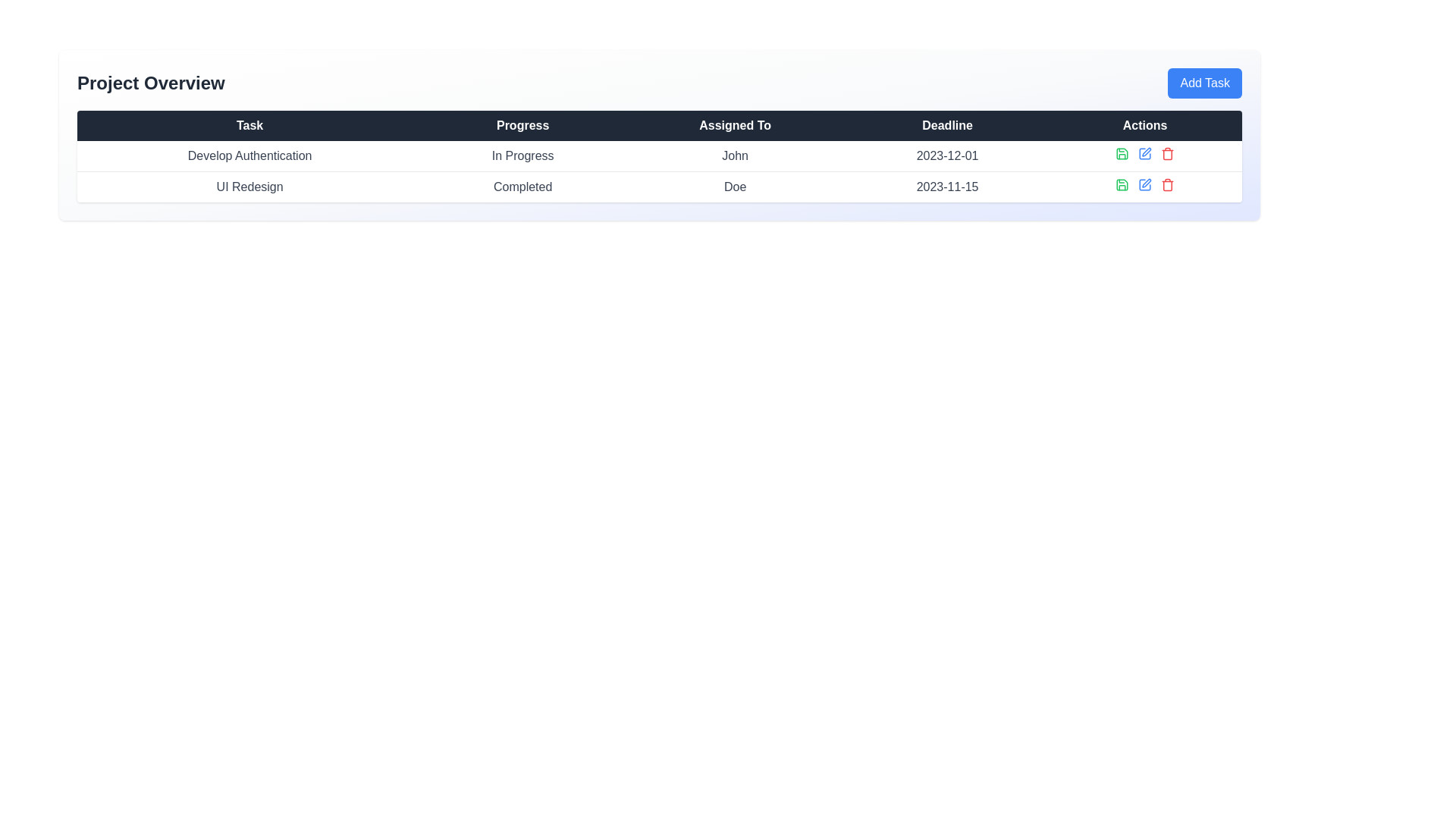 The width and height of the screenshot is (1456, 819). Describe the element at coordinates (735, 156) in the screenshot. I see `the Text label displaying the name of the individual assigned to the task in the third column of the first row of the table` at that location.